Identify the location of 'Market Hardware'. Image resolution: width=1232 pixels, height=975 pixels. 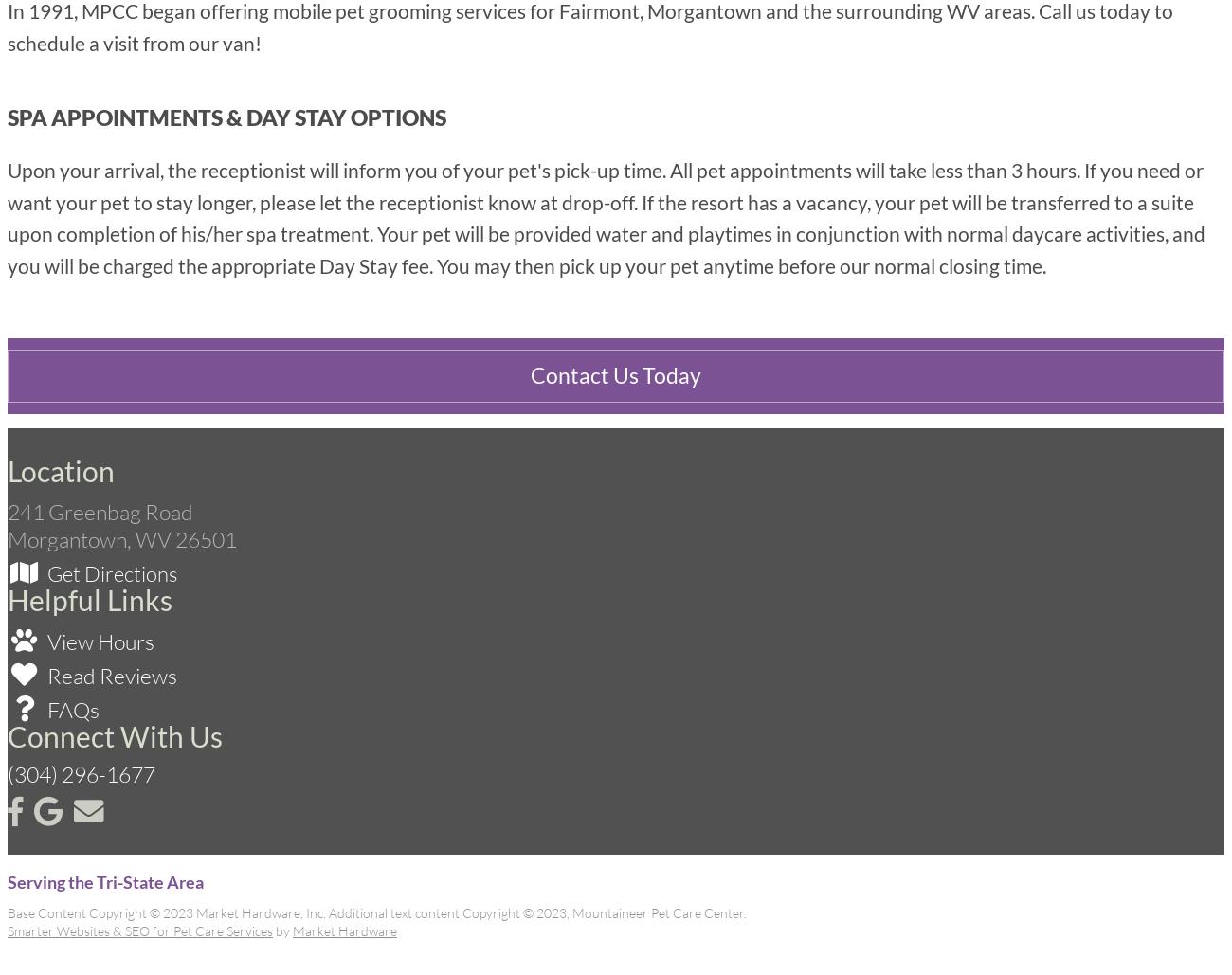
(293, 930).